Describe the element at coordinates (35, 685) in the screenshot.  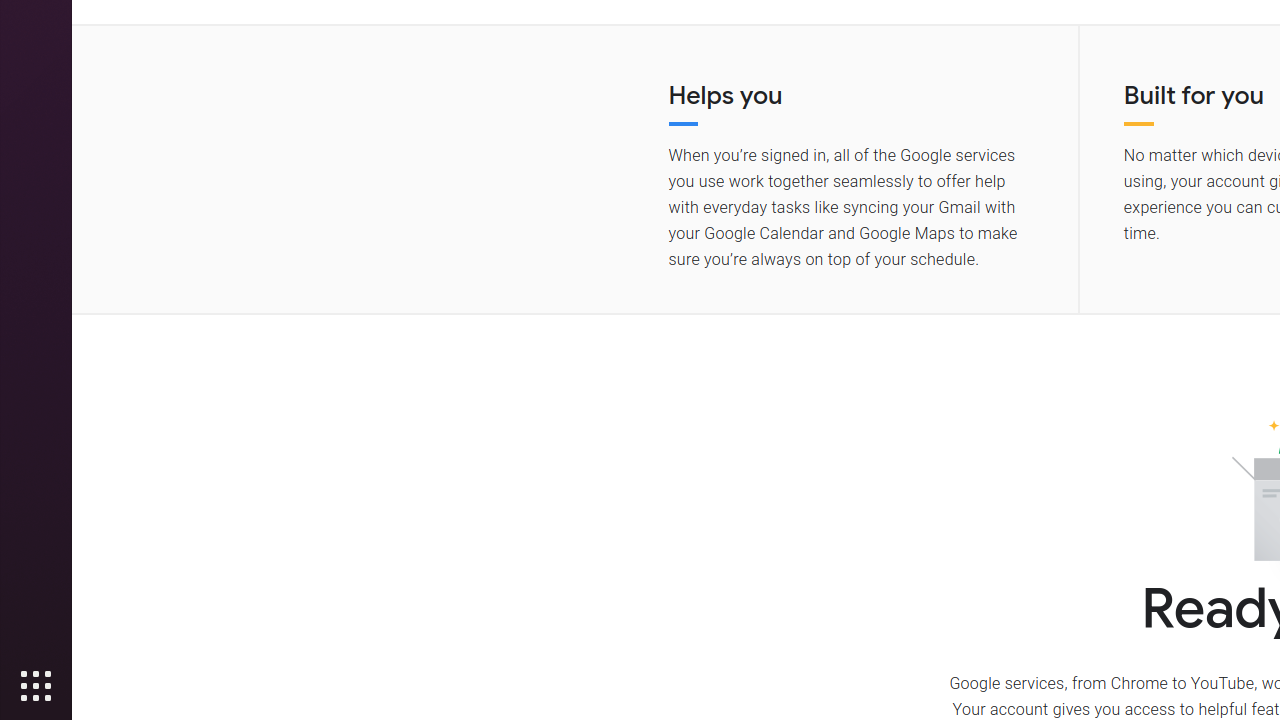
I see `'Show Applications'` at that location.